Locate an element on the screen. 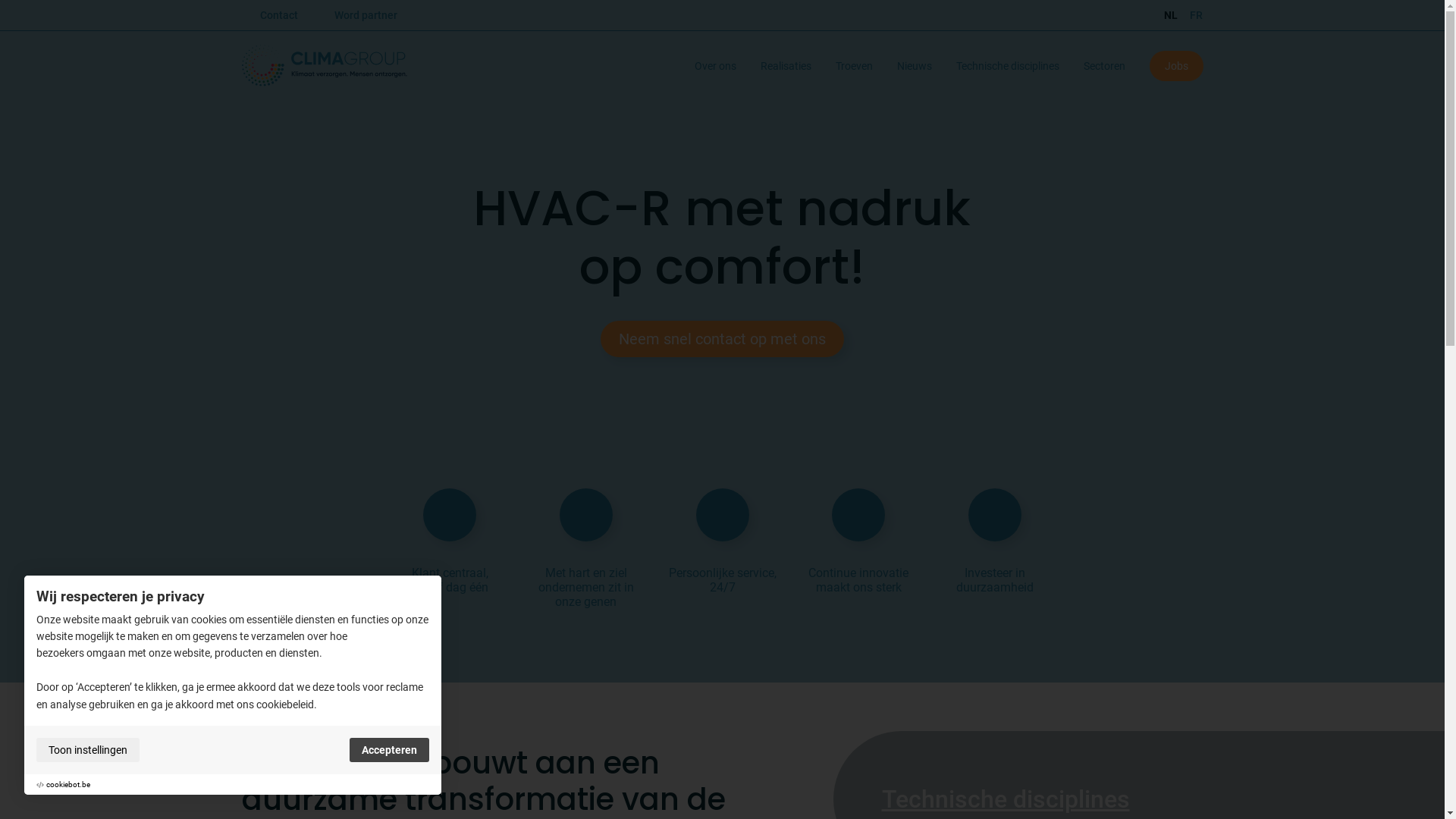  'Realisaties' is located at coordinates (760, 65).